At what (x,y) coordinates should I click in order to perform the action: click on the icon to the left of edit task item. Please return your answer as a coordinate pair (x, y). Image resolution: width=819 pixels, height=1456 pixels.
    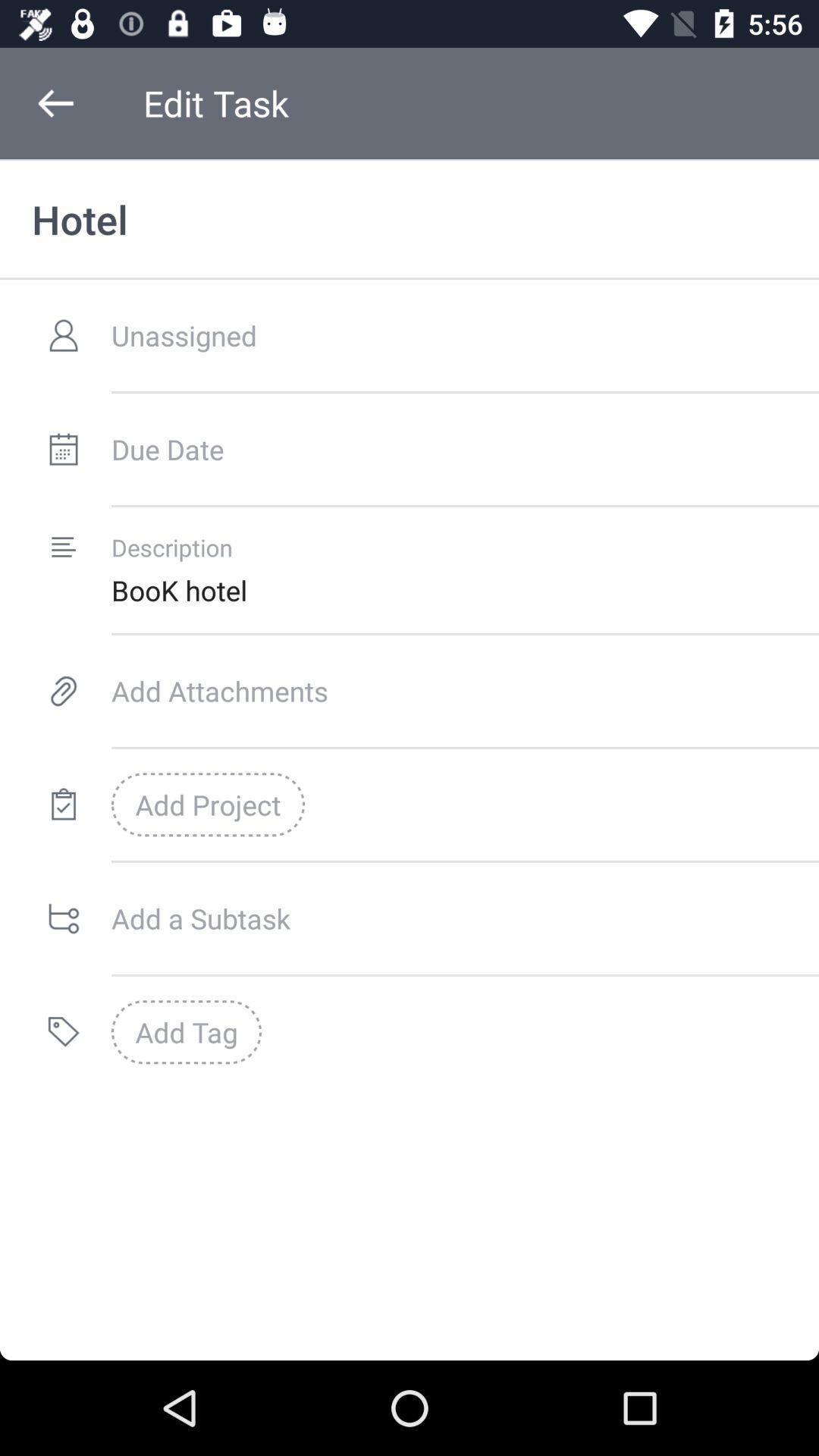
    Looking at the image, I should click on (55, 102).